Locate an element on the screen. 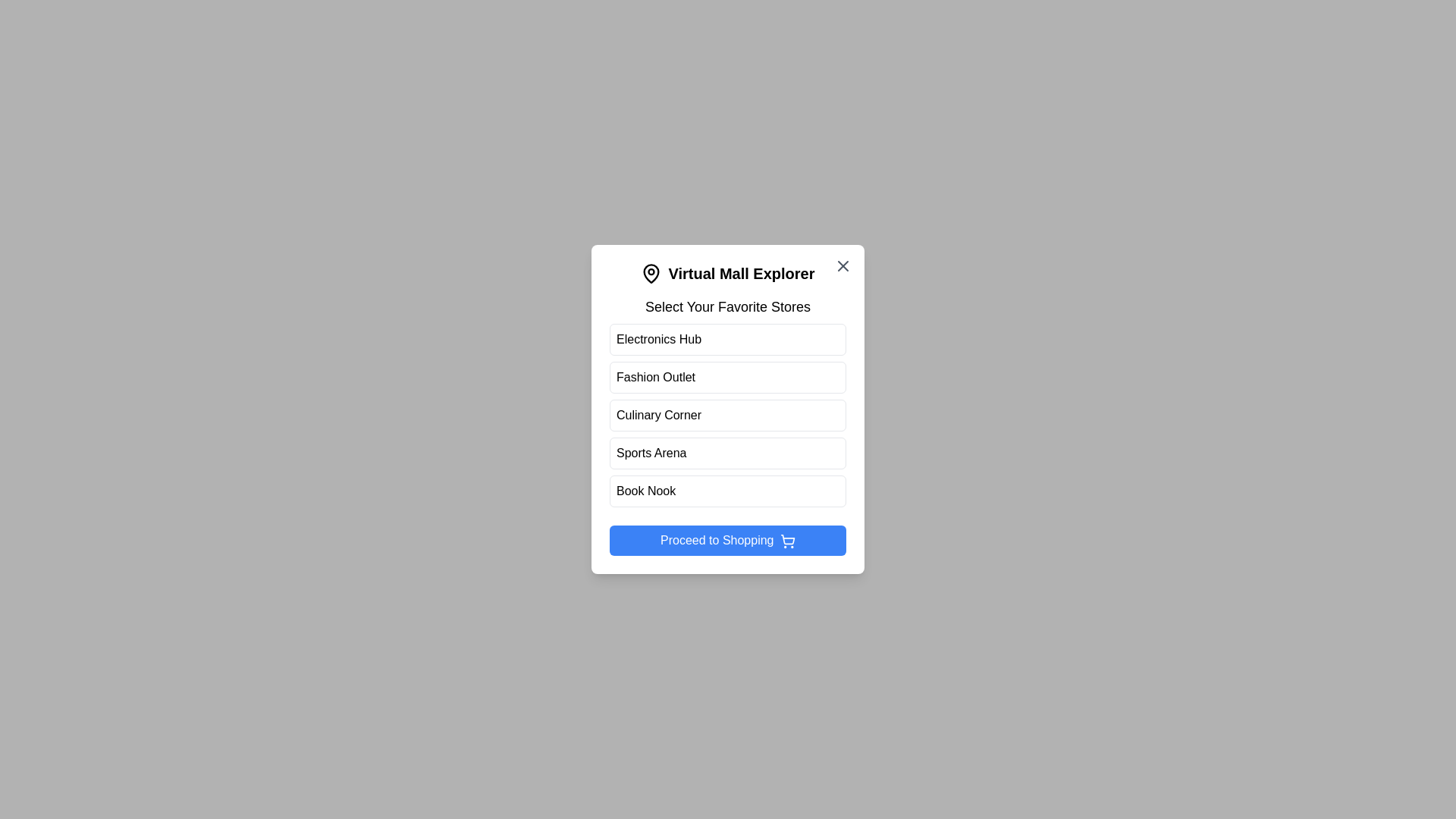 The width and height of the screenshot is (1456, 819). the label located in the fourth row of the list under the heading 'Select Your Favorite Stores' is located at coordinates (651, 452).